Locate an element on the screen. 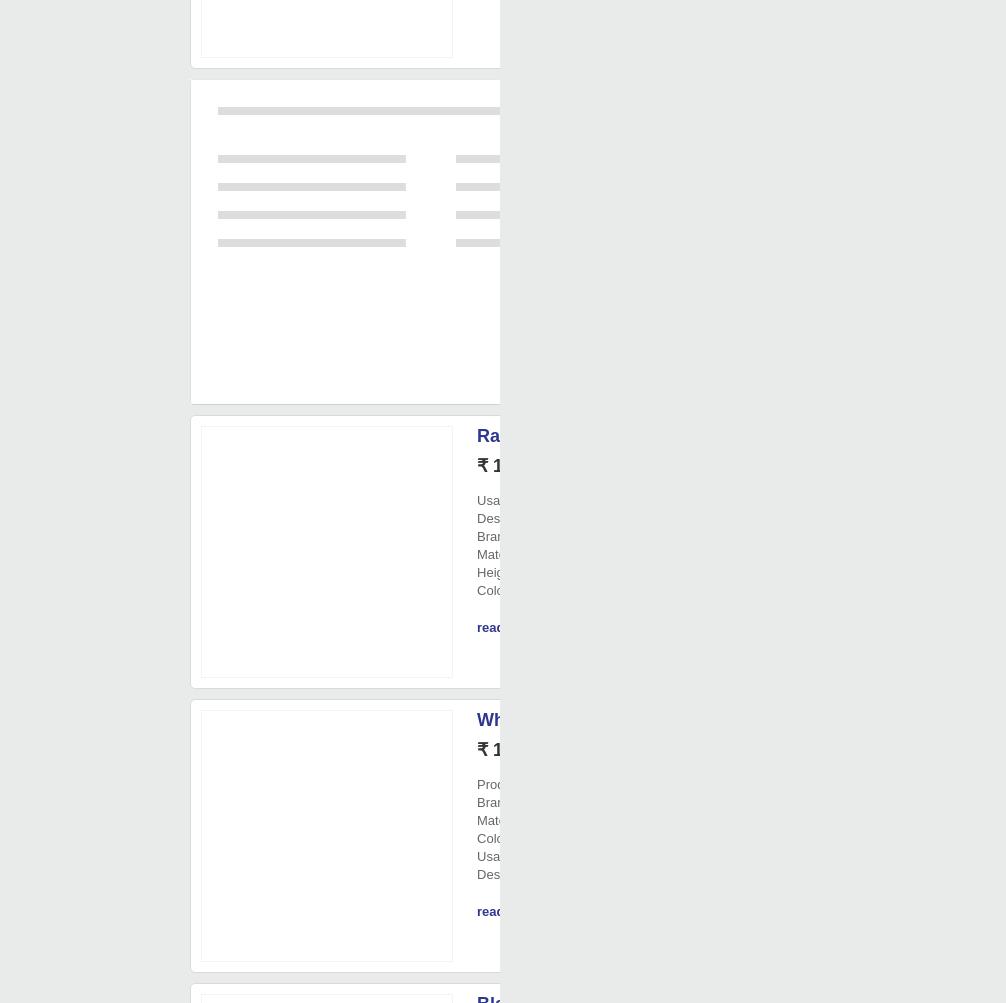 The width and height of the screenshot is (1006, 1003). ':  5 Inch' is located at coordinates (513, 571).